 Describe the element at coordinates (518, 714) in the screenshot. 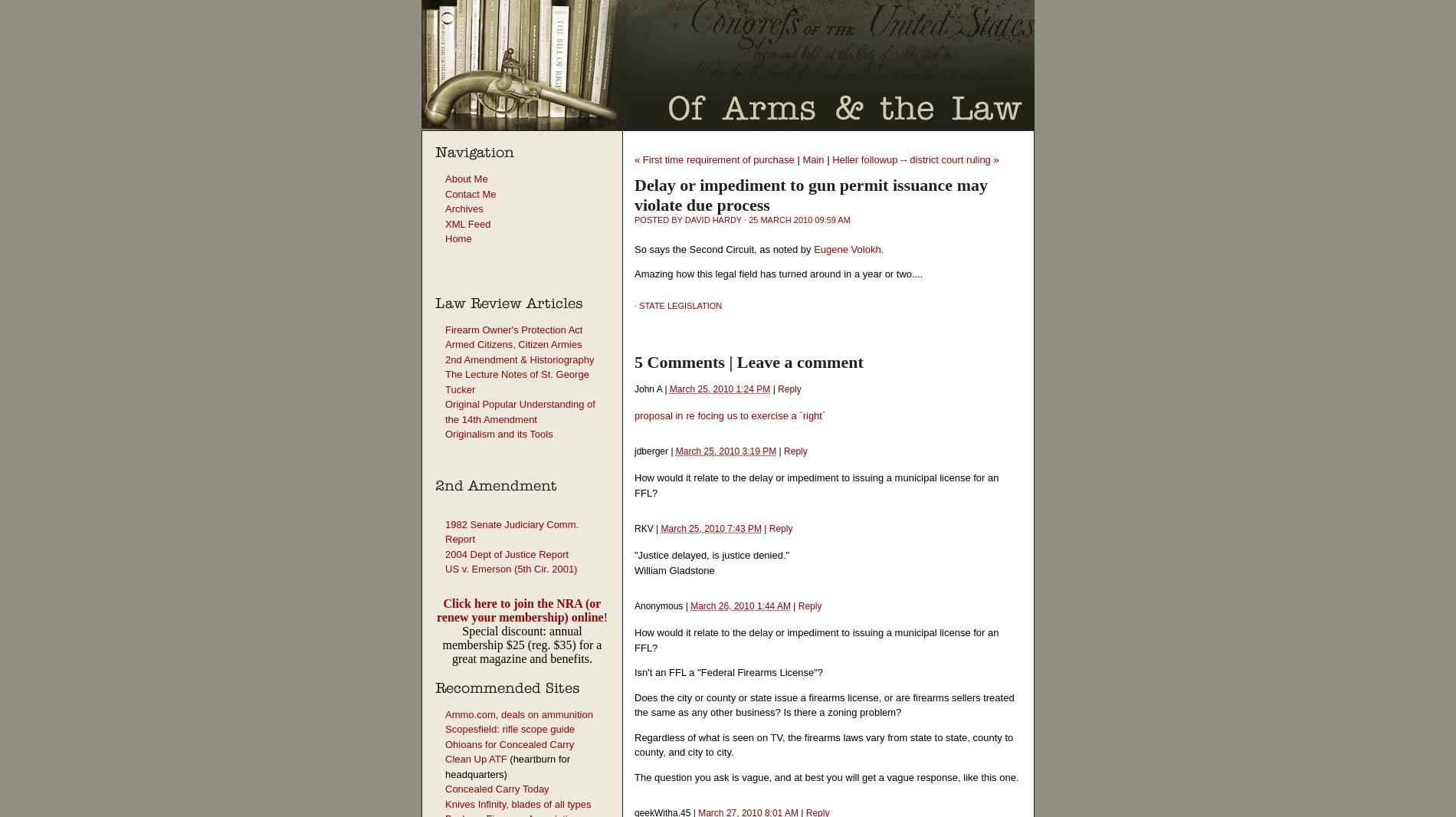

I see `'Ammo.com, deals on ammunition'` at that location.